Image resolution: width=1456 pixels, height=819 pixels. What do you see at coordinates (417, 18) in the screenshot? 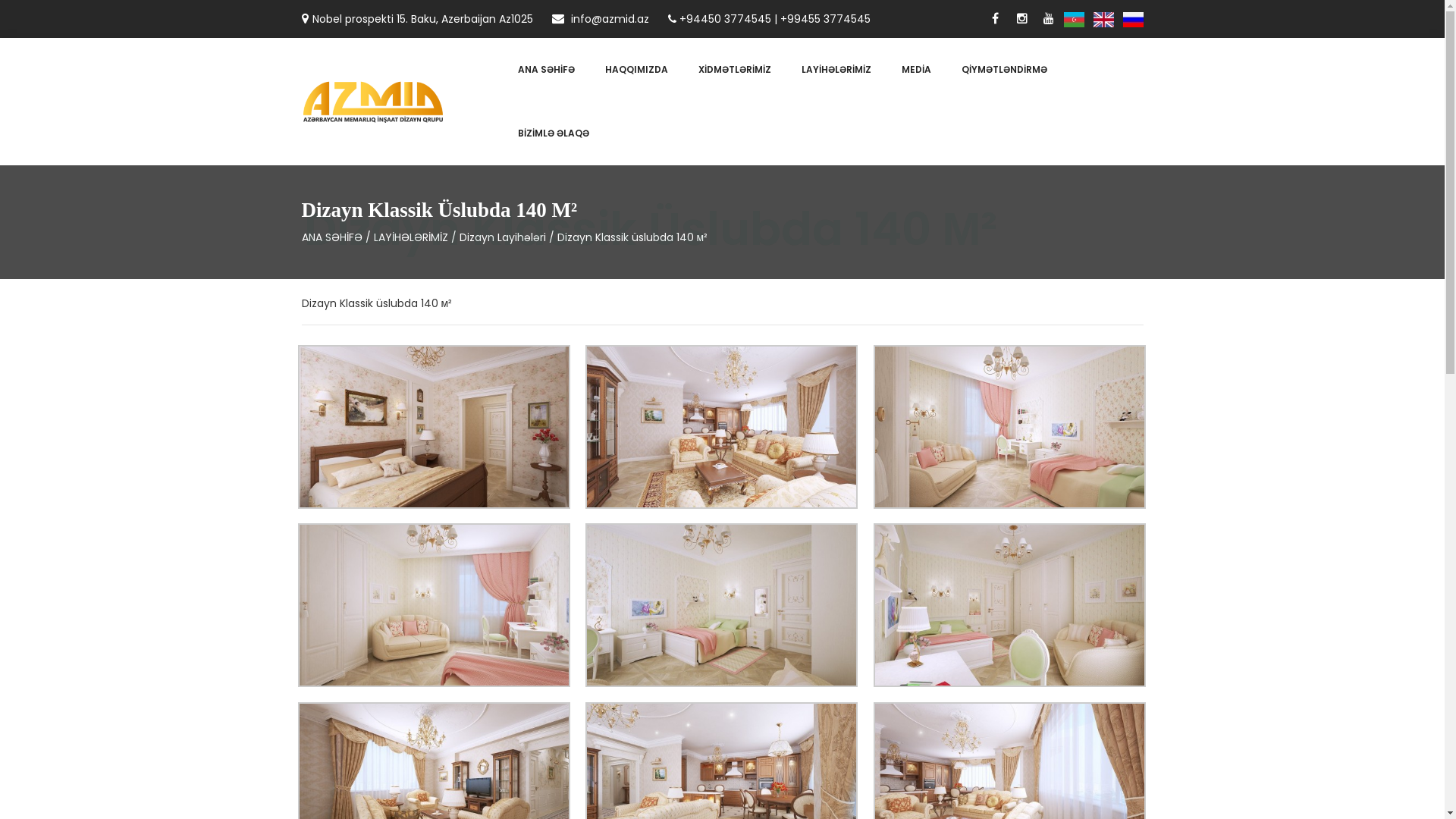
I see `'Nobel prospekti 15. Baku, Azerbaijan Az1025'` at bounding box center [417, 18].